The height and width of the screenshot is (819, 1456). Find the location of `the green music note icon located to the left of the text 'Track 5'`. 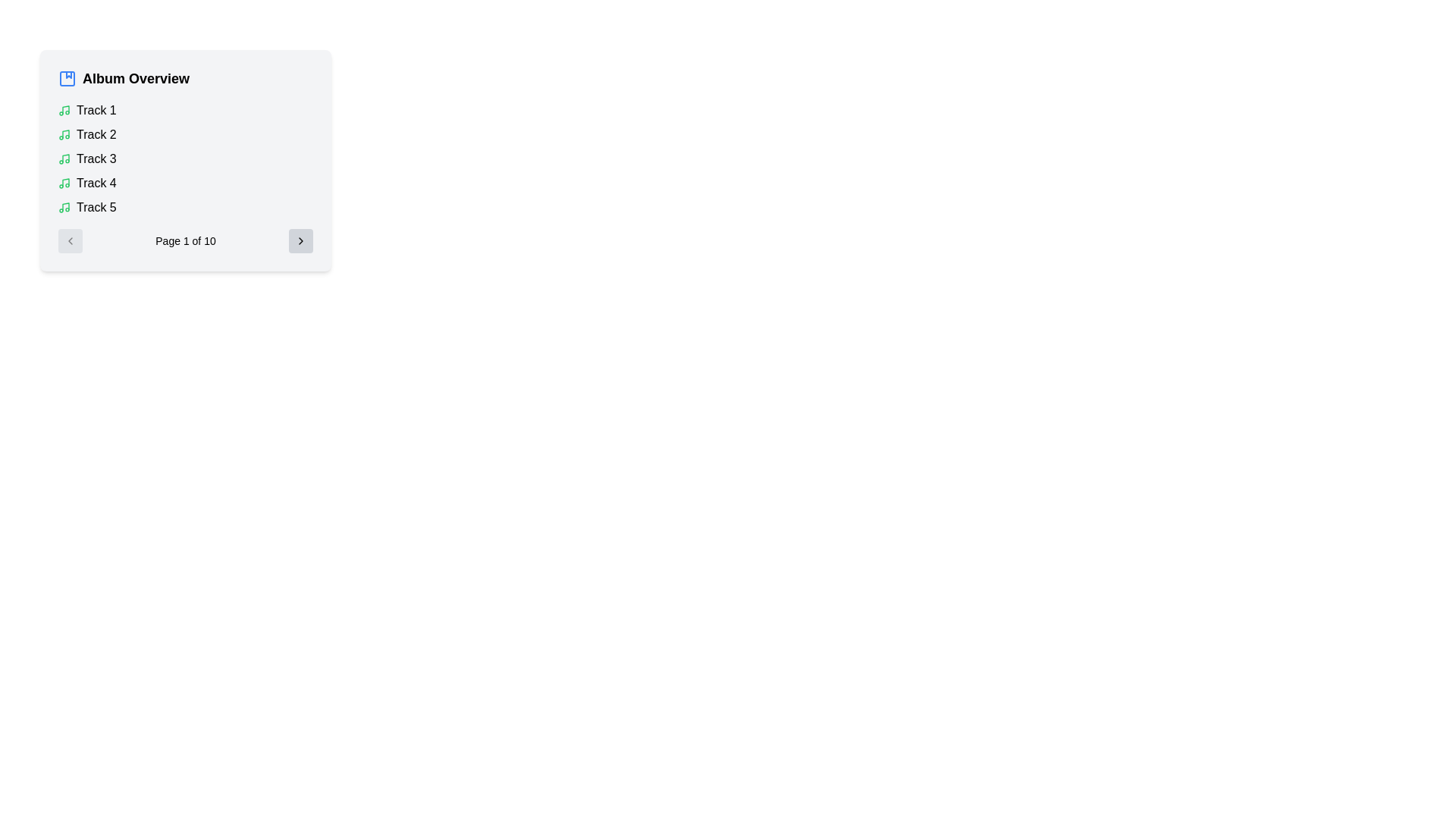

the green music note icon located to the left of the text 'Track 5' is located at coordinates (64, 207).